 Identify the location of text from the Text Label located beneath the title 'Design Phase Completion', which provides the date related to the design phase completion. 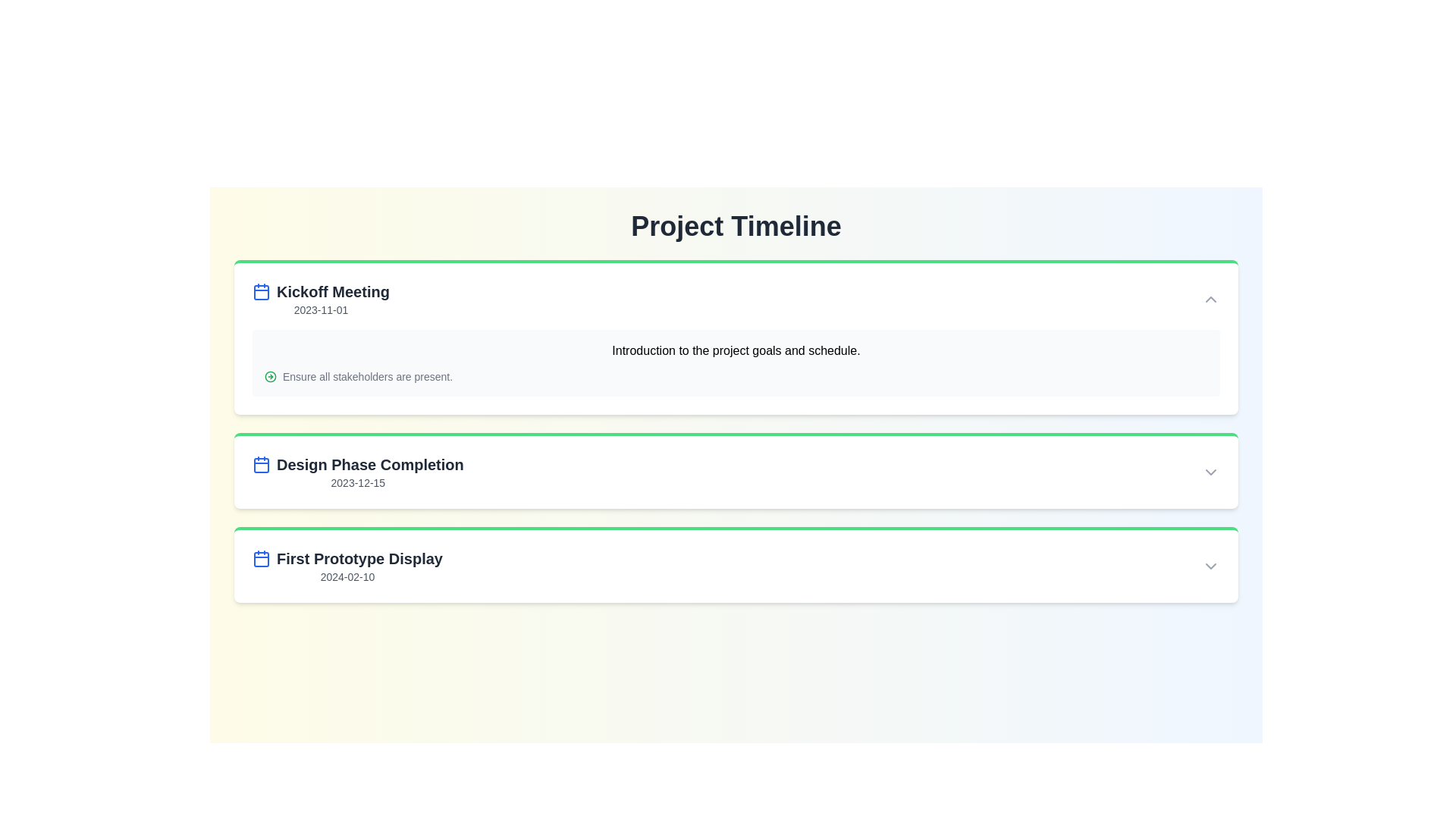
(357, 482).